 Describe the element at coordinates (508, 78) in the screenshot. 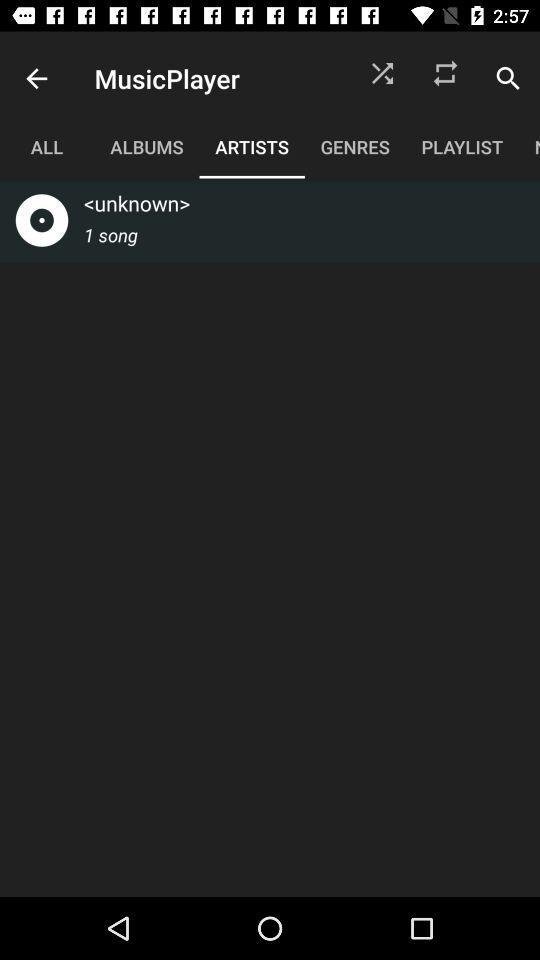

I see `icon above the playlist` at that location.